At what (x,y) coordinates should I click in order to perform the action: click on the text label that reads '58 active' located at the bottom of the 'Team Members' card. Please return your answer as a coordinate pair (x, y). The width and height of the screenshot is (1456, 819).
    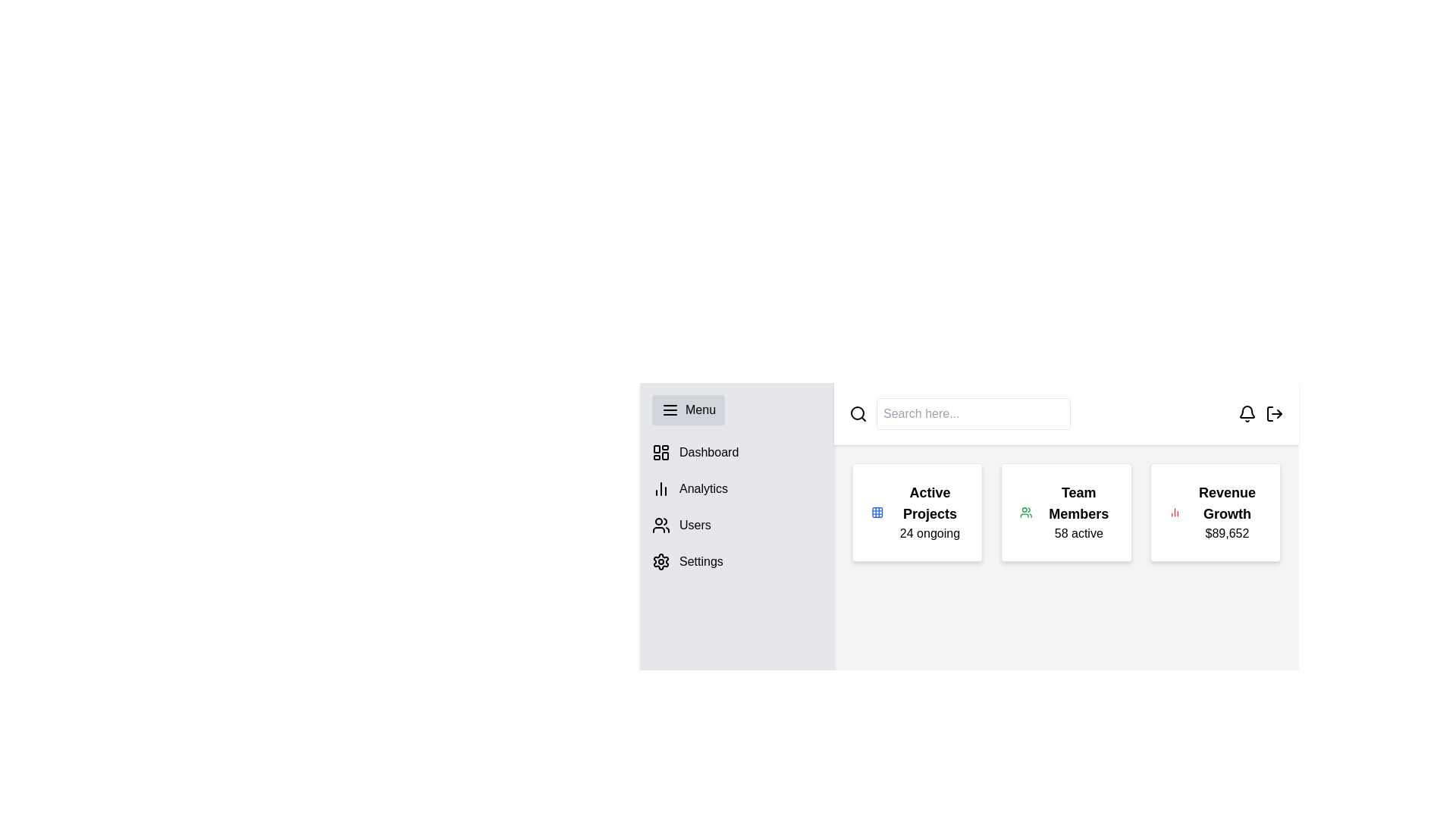
    Looking at the image, I should click on (1078, 533).